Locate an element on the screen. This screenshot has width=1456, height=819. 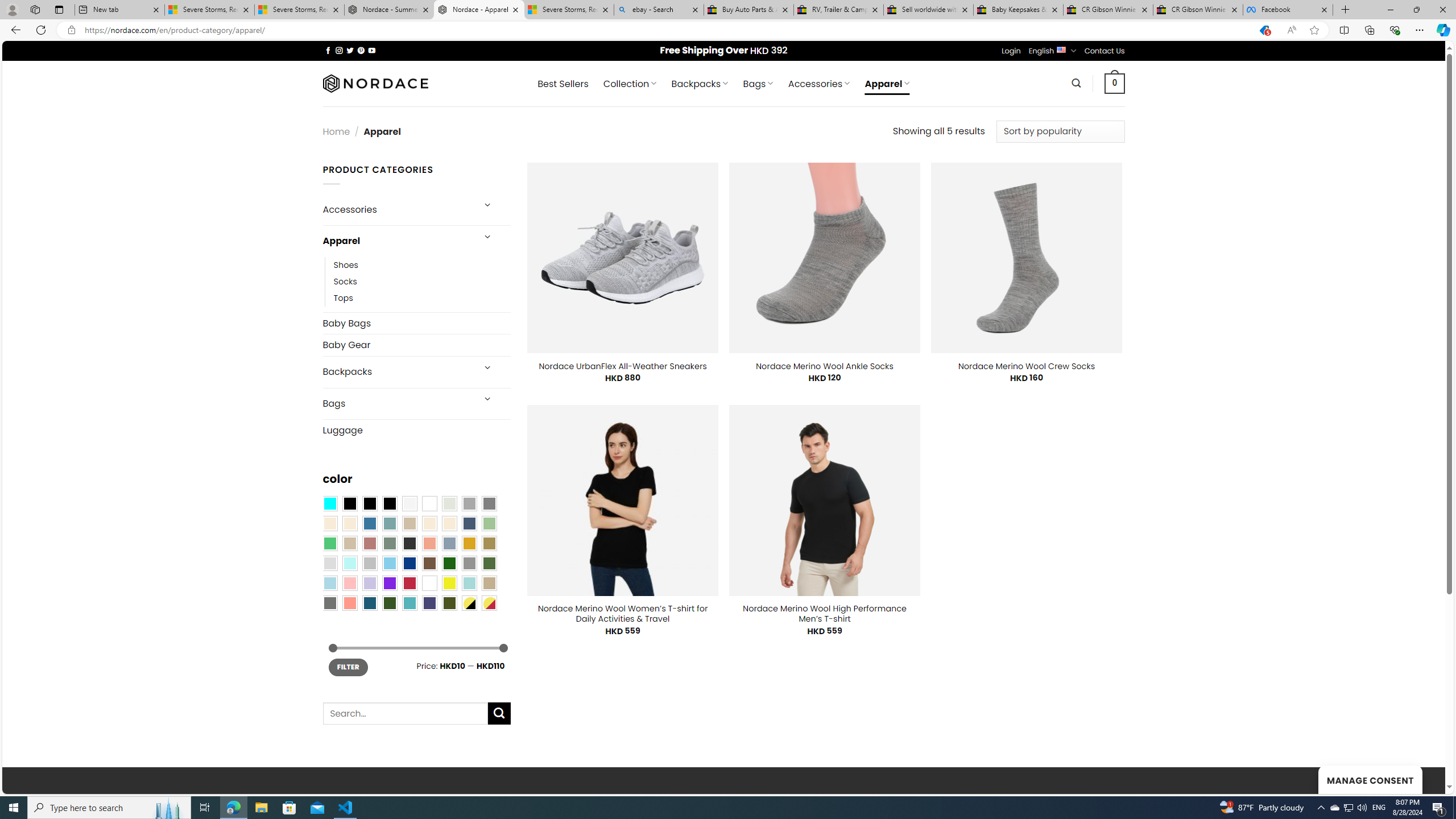
'Luggage' is located at coordinates (416, 429).